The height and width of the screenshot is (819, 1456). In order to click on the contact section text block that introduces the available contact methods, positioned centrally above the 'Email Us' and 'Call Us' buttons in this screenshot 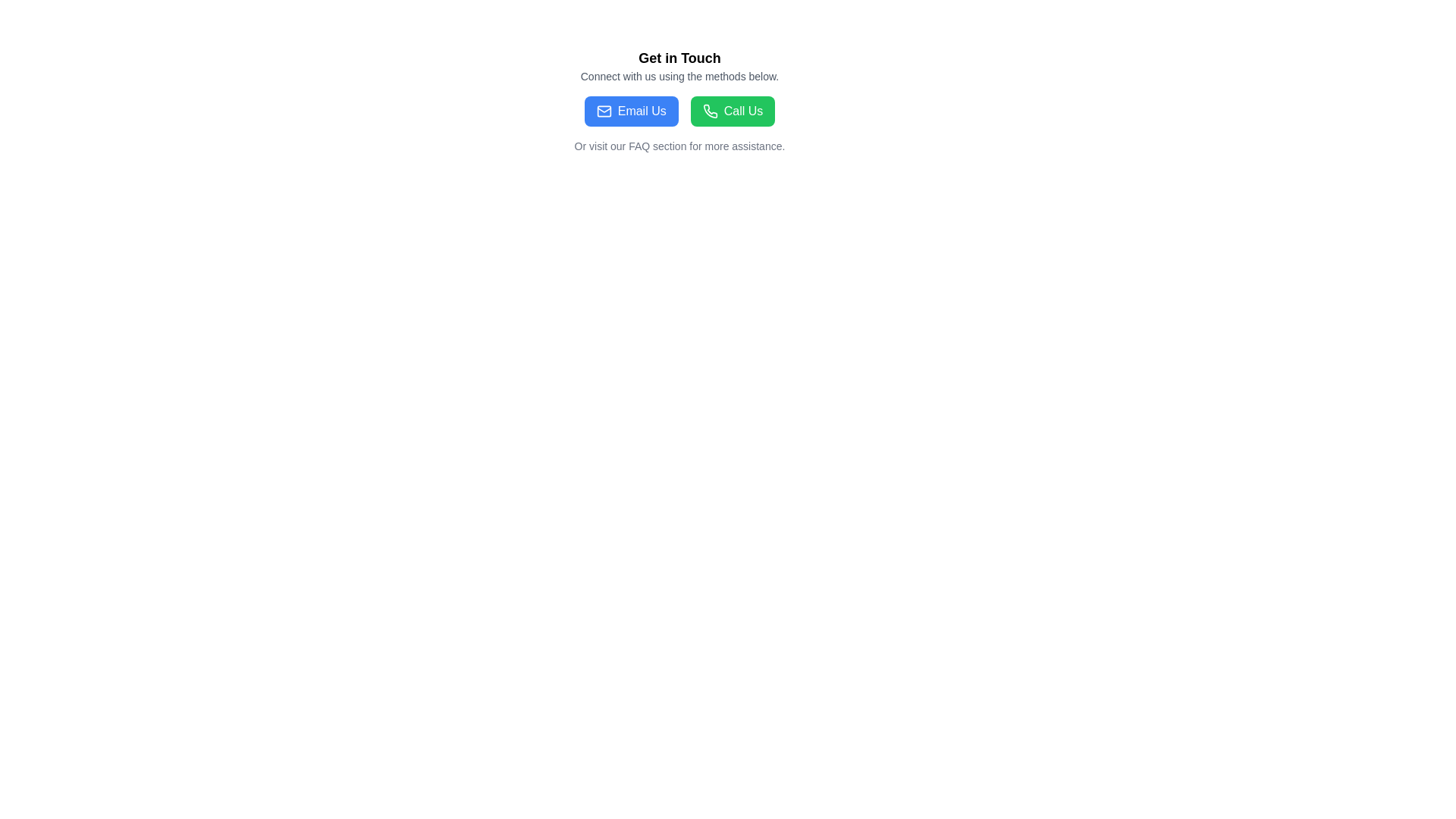, I will do `click(679, 65)`.